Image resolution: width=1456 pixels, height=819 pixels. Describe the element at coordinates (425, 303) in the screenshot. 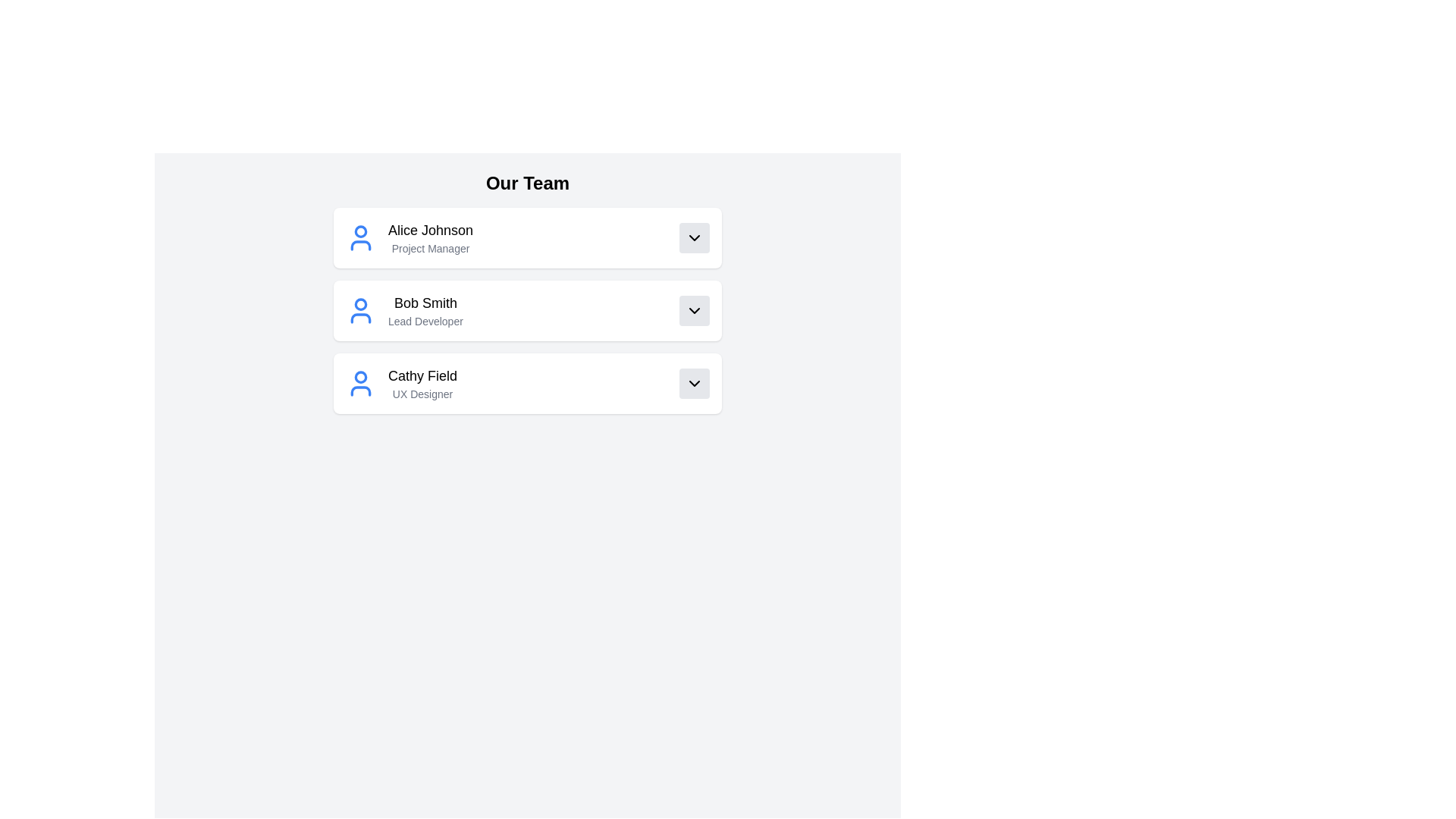

I see `the static text label displaying 'Bob Smith,' which is styled prominently in a larger font size and is the first line in the user information list` at that location.